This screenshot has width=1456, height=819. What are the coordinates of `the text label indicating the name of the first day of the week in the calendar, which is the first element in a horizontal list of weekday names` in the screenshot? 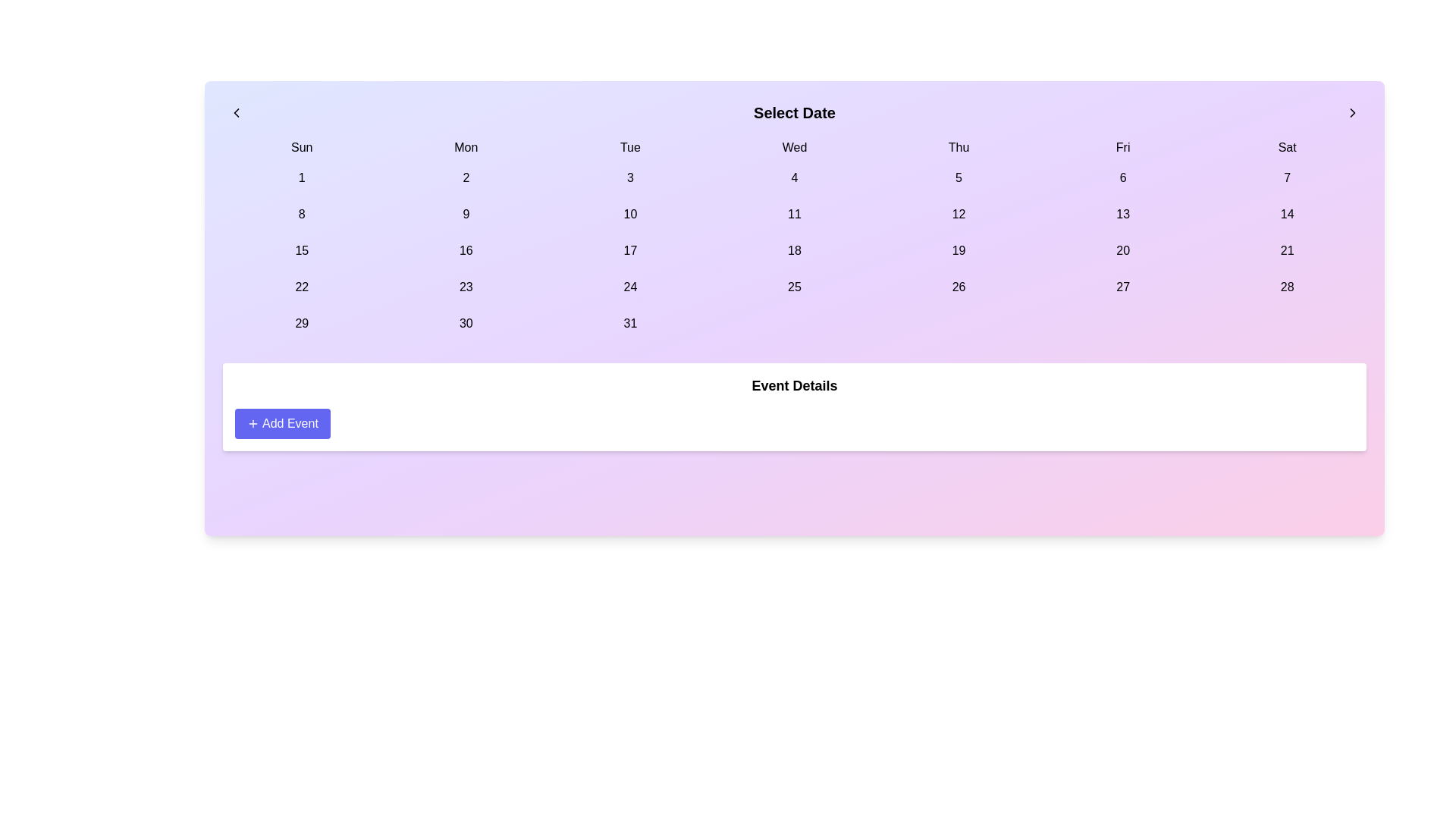 It's located at (302, 148).